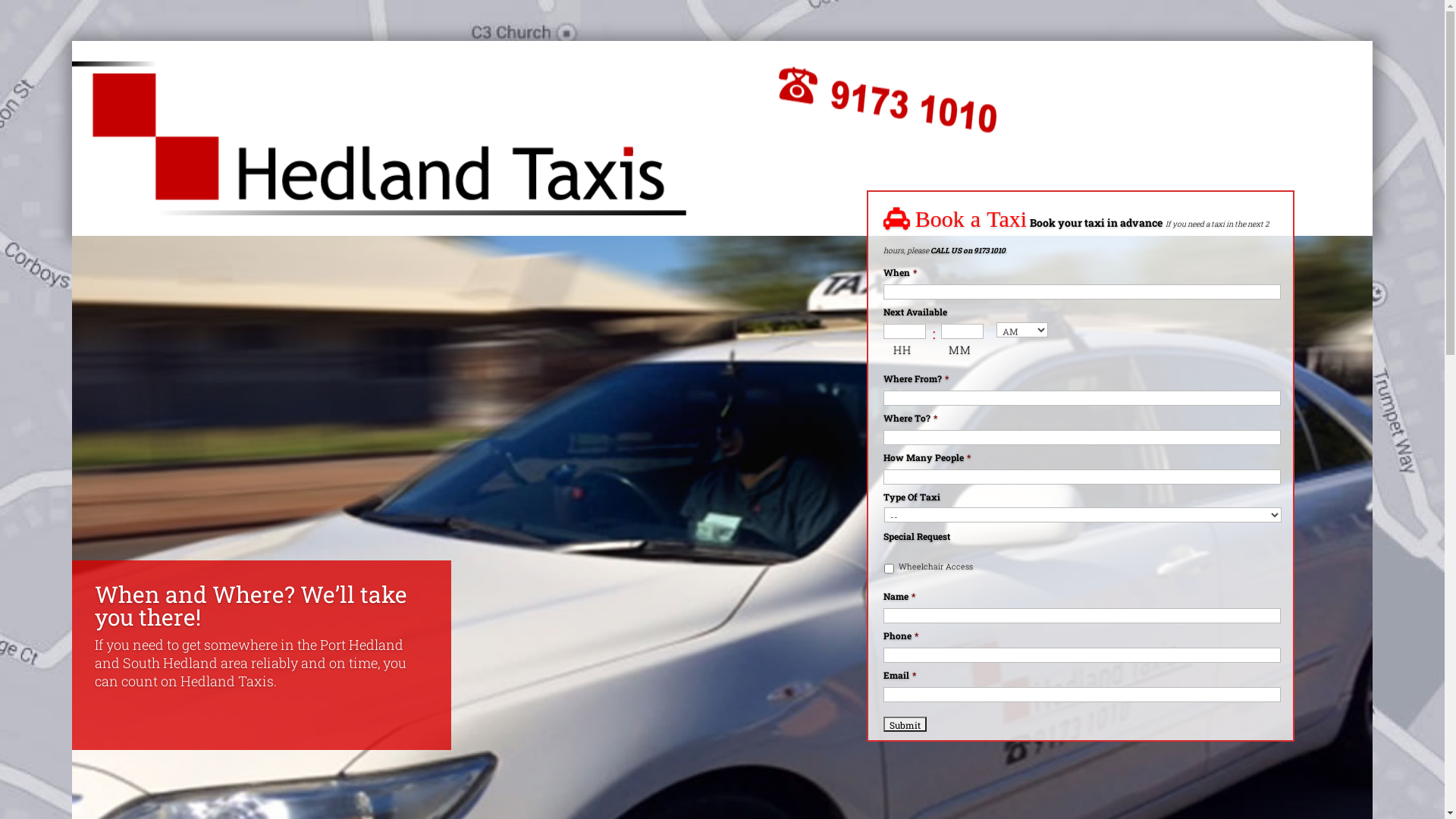 Image resolution: width=1456 pixels, height=819 pixels. I want to click on 'Submit', so click(905, 722).